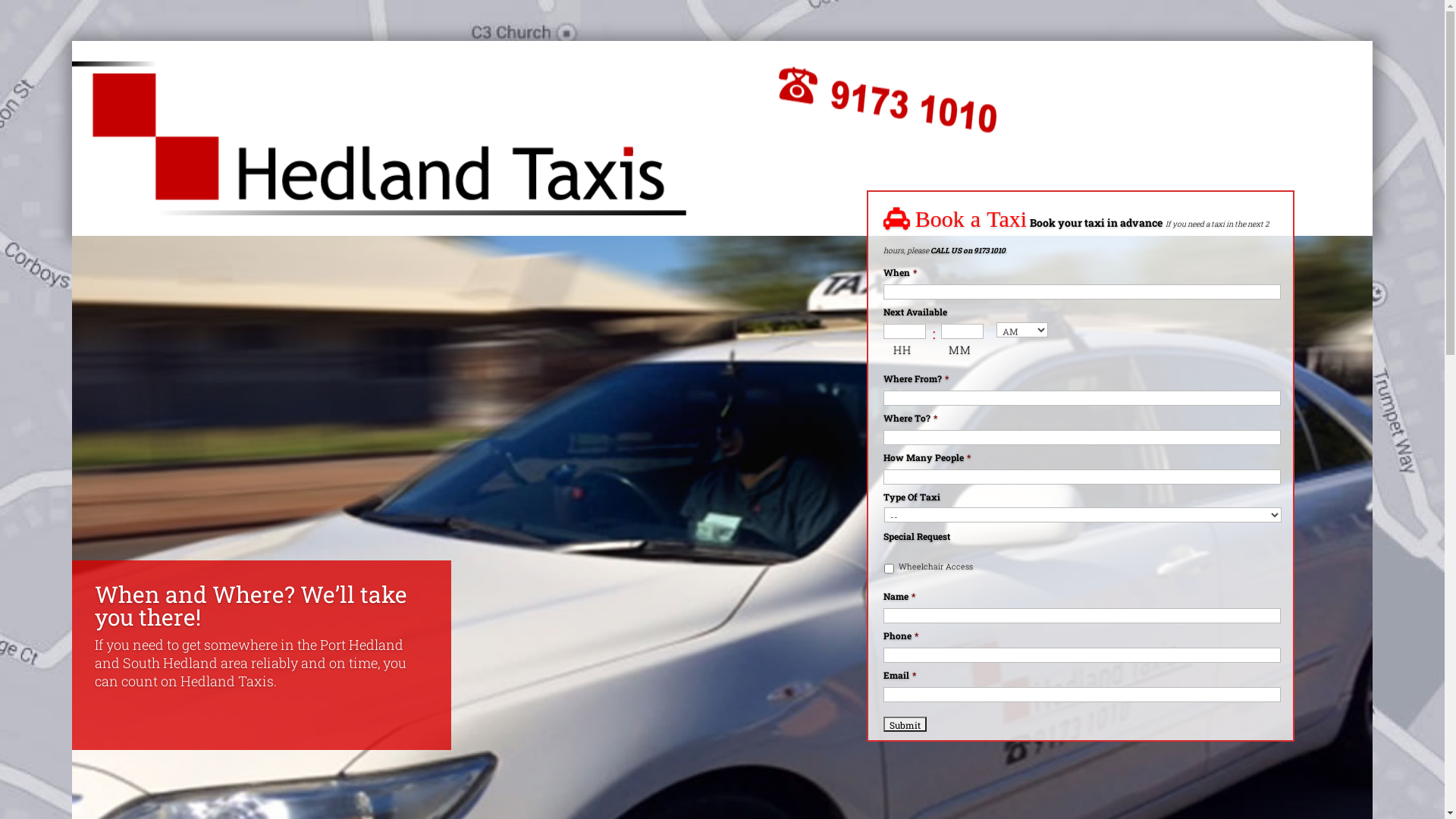 Image resolution: width=1456 pixels, height=819 pixels. I want to click on 'Submit', so click(905, 722).